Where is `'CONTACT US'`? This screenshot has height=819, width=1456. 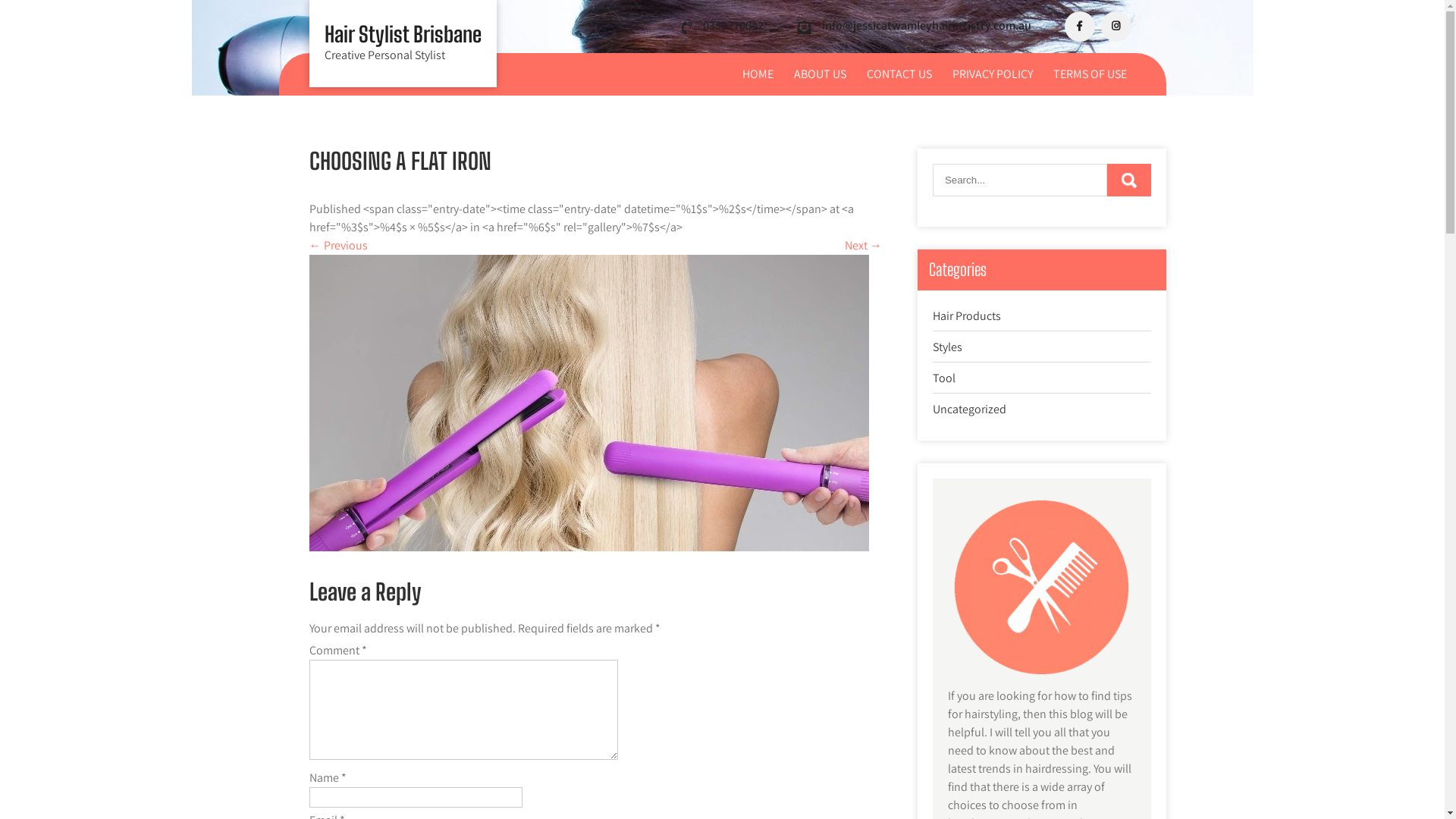 'CONTACT US' is located at coordinates (899, 74).